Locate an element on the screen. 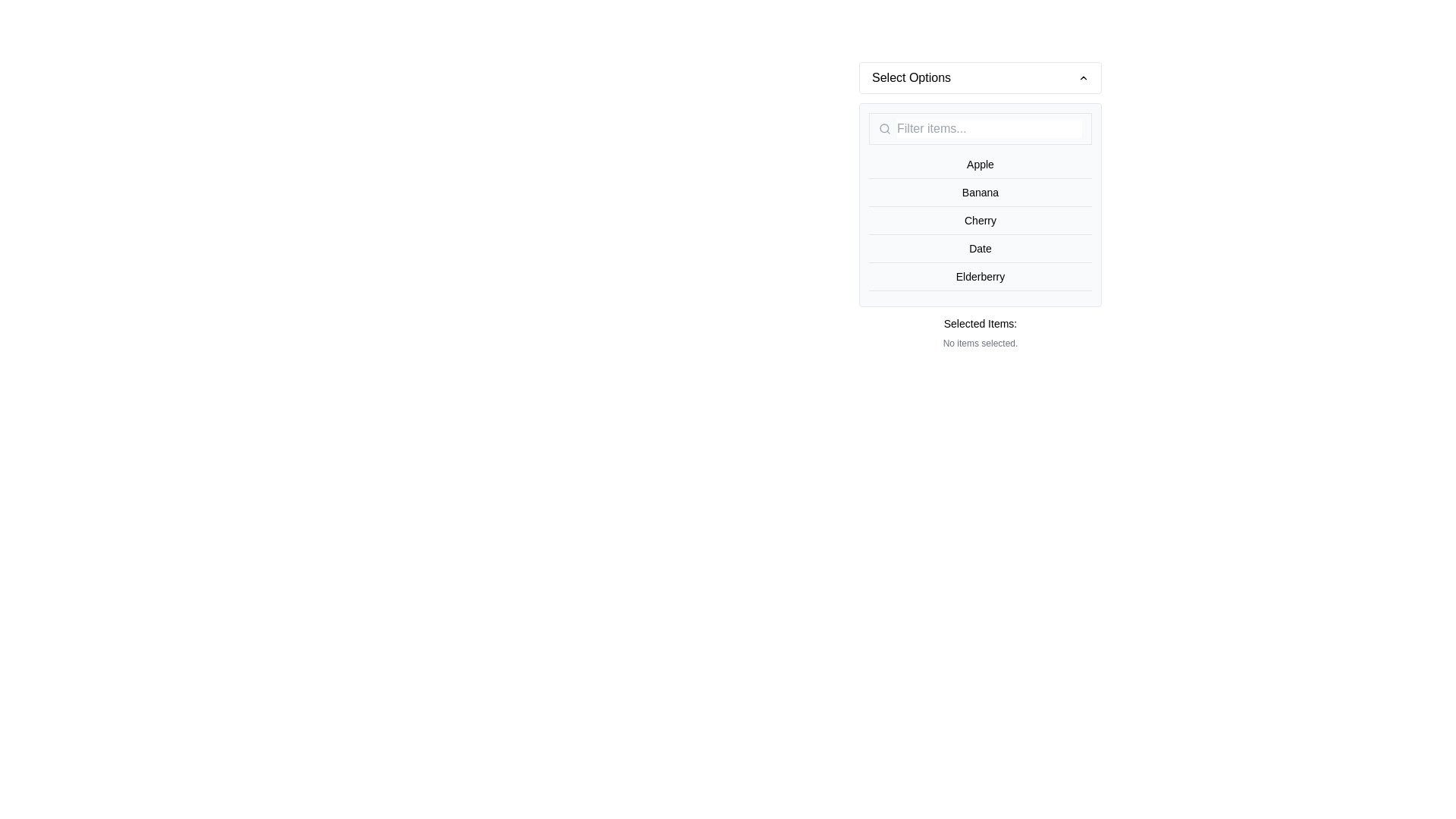 The height and width of the screenshot is (819, 1456). the informational Text label indicating that no items have been selected, which is positioned below the 'Selected Items:' label is located at coordinates (980, 343).